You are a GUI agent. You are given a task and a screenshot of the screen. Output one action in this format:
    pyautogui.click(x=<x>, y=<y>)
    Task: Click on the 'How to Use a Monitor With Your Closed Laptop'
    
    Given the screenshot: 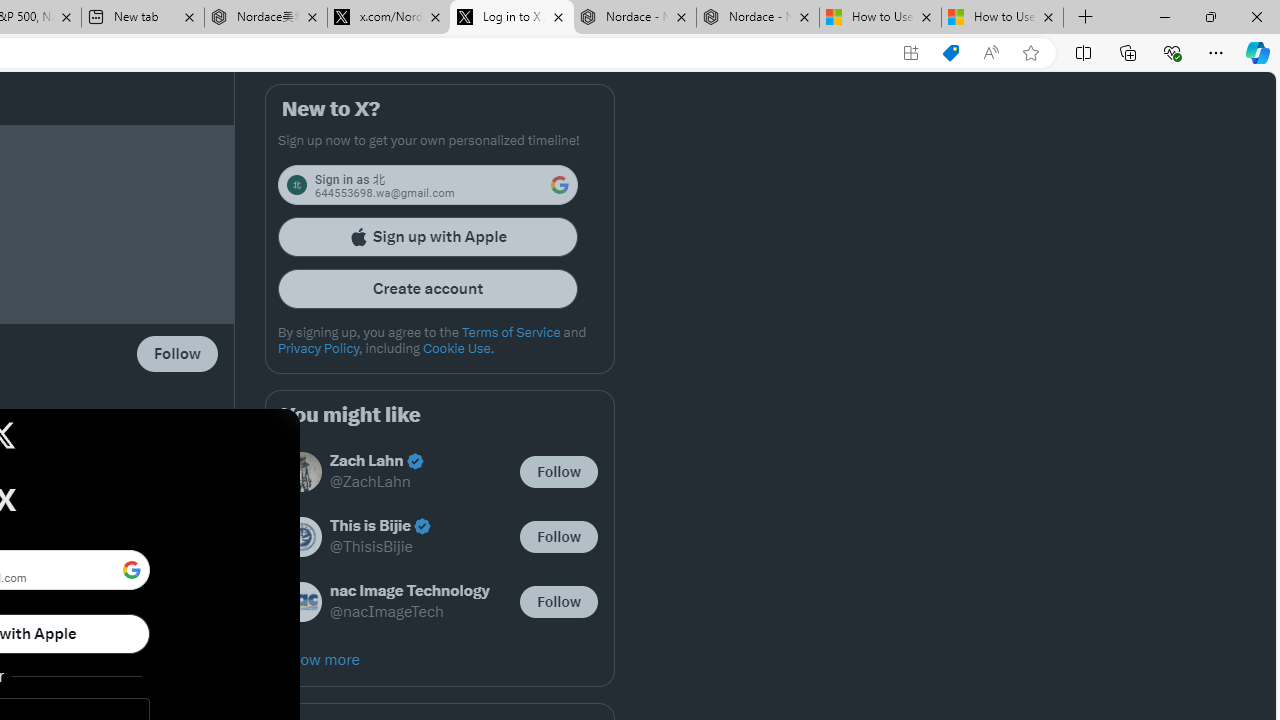 What is the action you would take?
    pyautogui.click(x=1002, y=17)
    